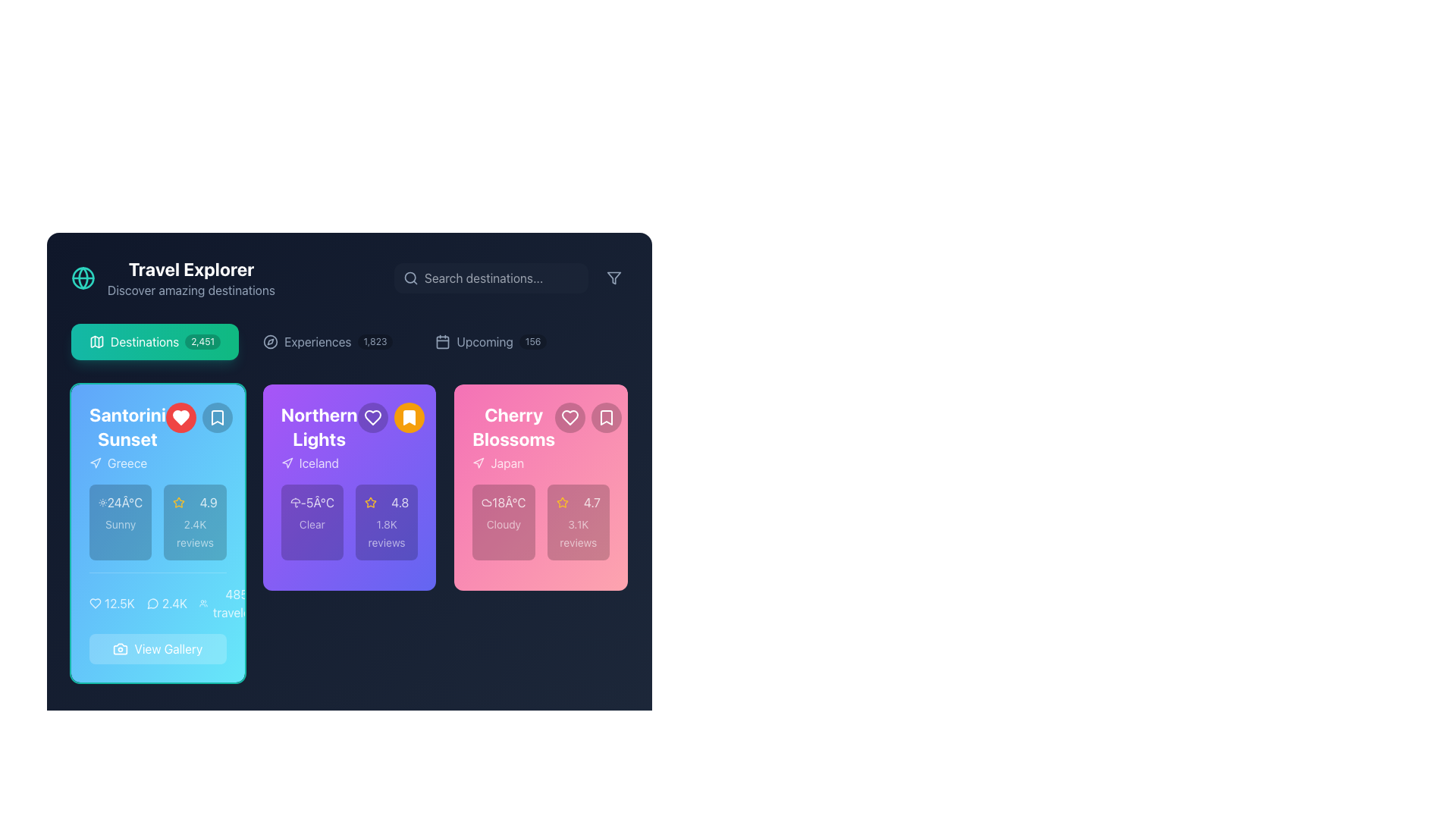  What do you see at coordinates (533, 342) in the screenshot?
I see `the small, pill-shaped badge displaying the number '156' with a dark translucent background, located to the right of the 'Upcoming' text in the navigation bar` at bounding box center [533, 342].